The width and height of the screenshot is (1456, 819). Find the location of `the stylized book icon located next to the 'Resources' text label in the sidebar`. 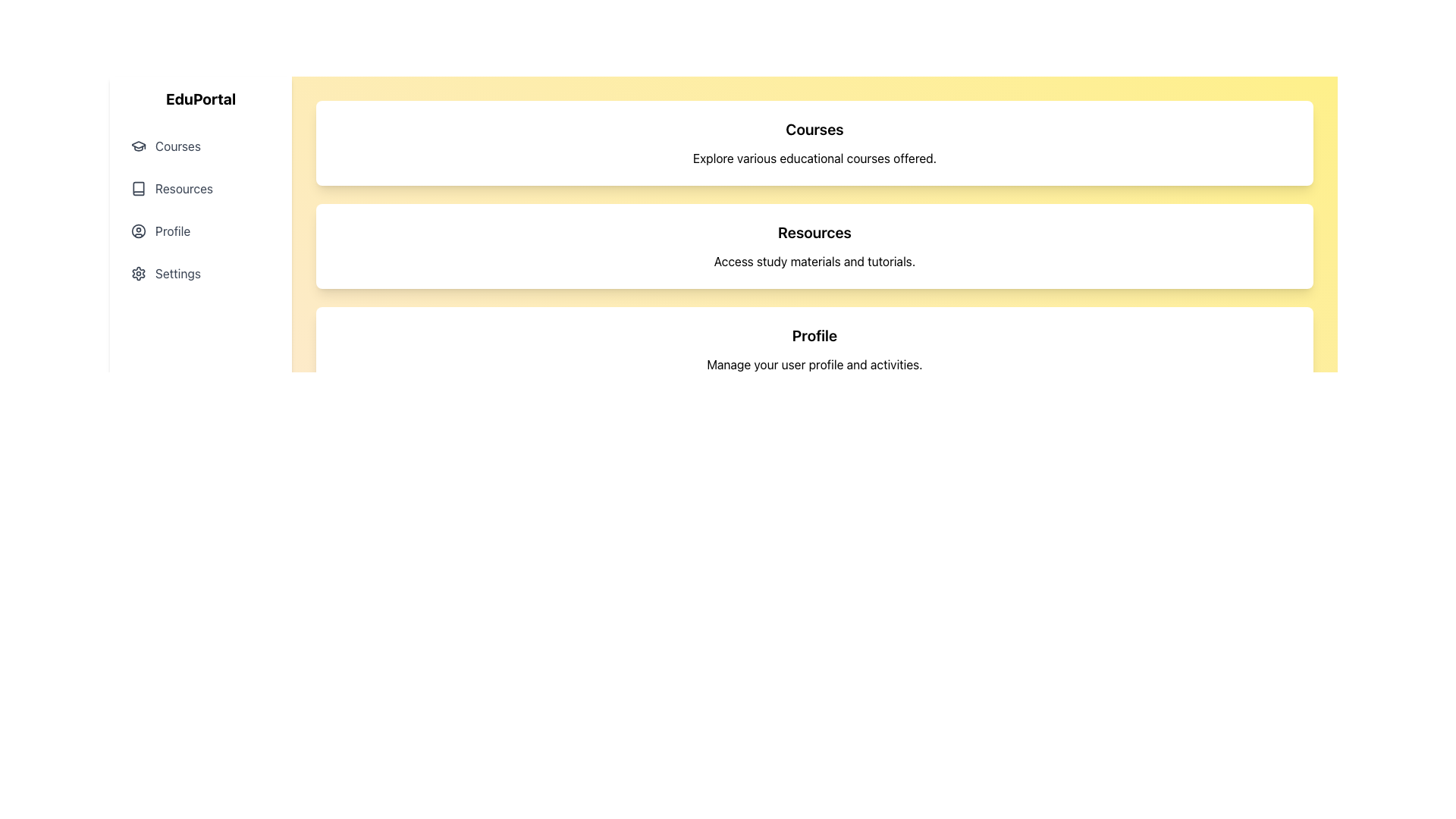

the stylized book icon located next to the 'Resources' text label in the sidebar is located at coordinates (138, 188).